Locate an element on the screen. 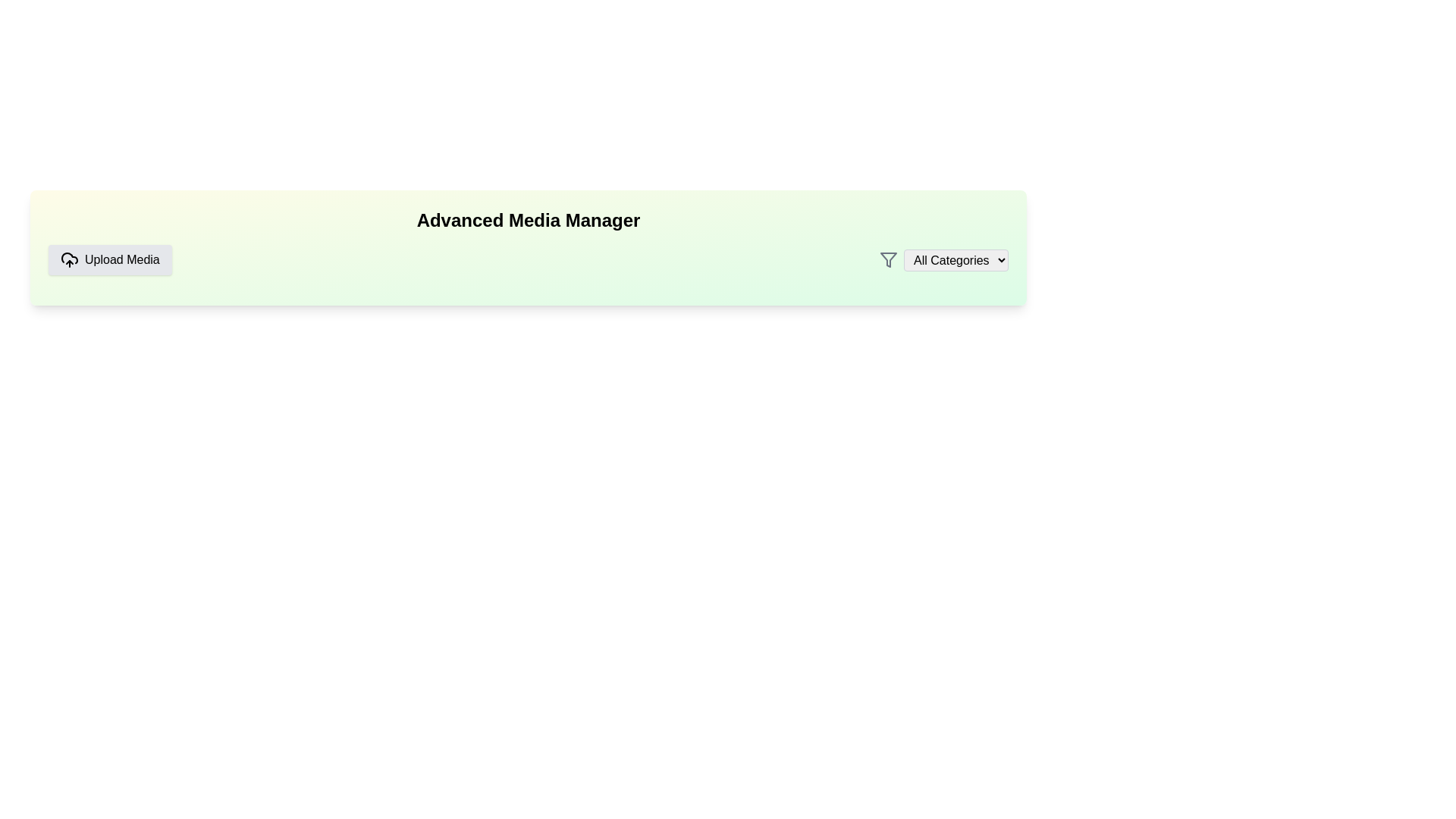 Image resolution: width=1456 pixels, height=819 pixels. the dropdown menu labeled 'All Categories' is located at coordinates (955, 259).